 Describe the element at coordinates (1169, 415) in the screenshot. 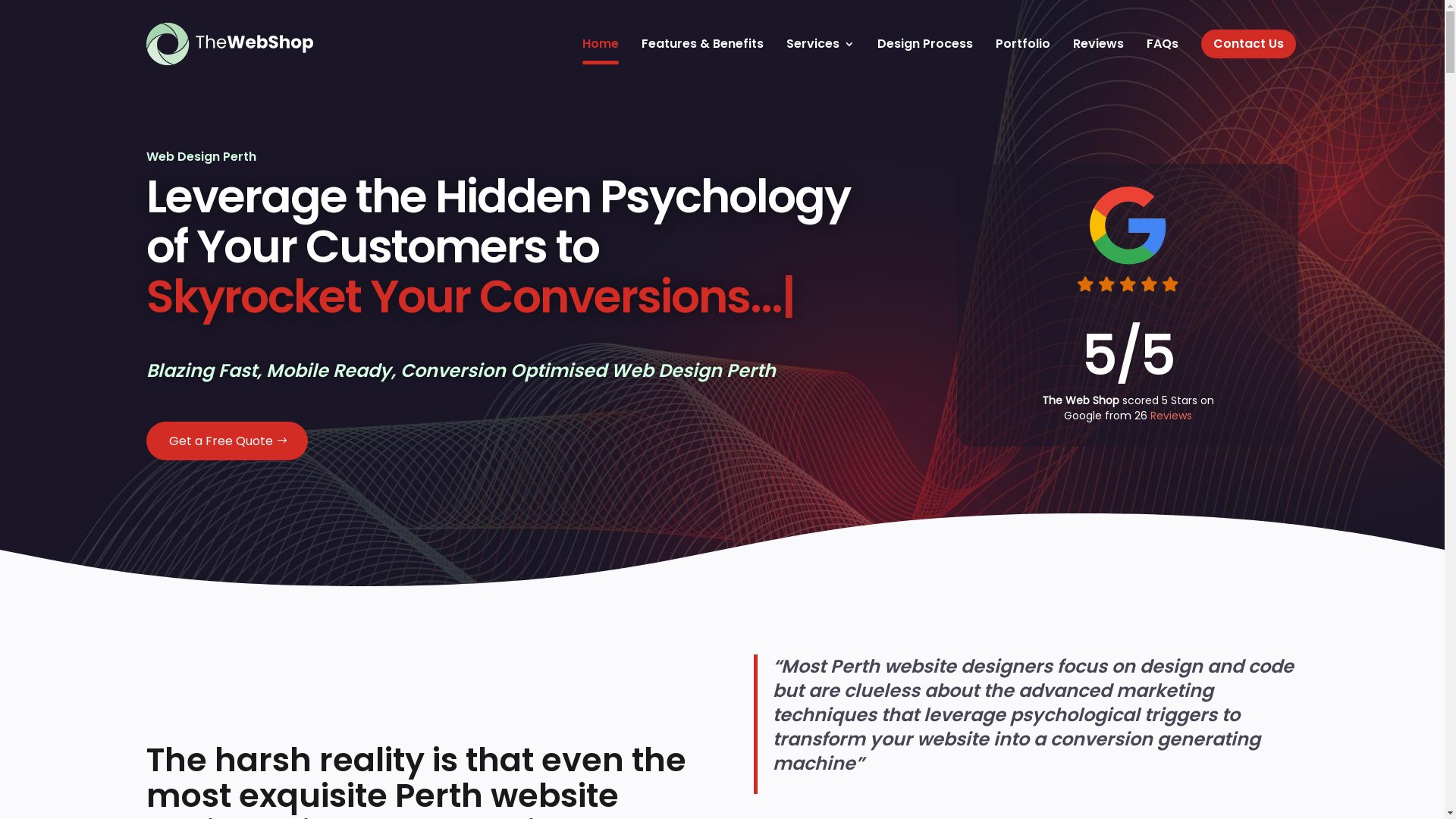

I see `'Reviews'` at that location.